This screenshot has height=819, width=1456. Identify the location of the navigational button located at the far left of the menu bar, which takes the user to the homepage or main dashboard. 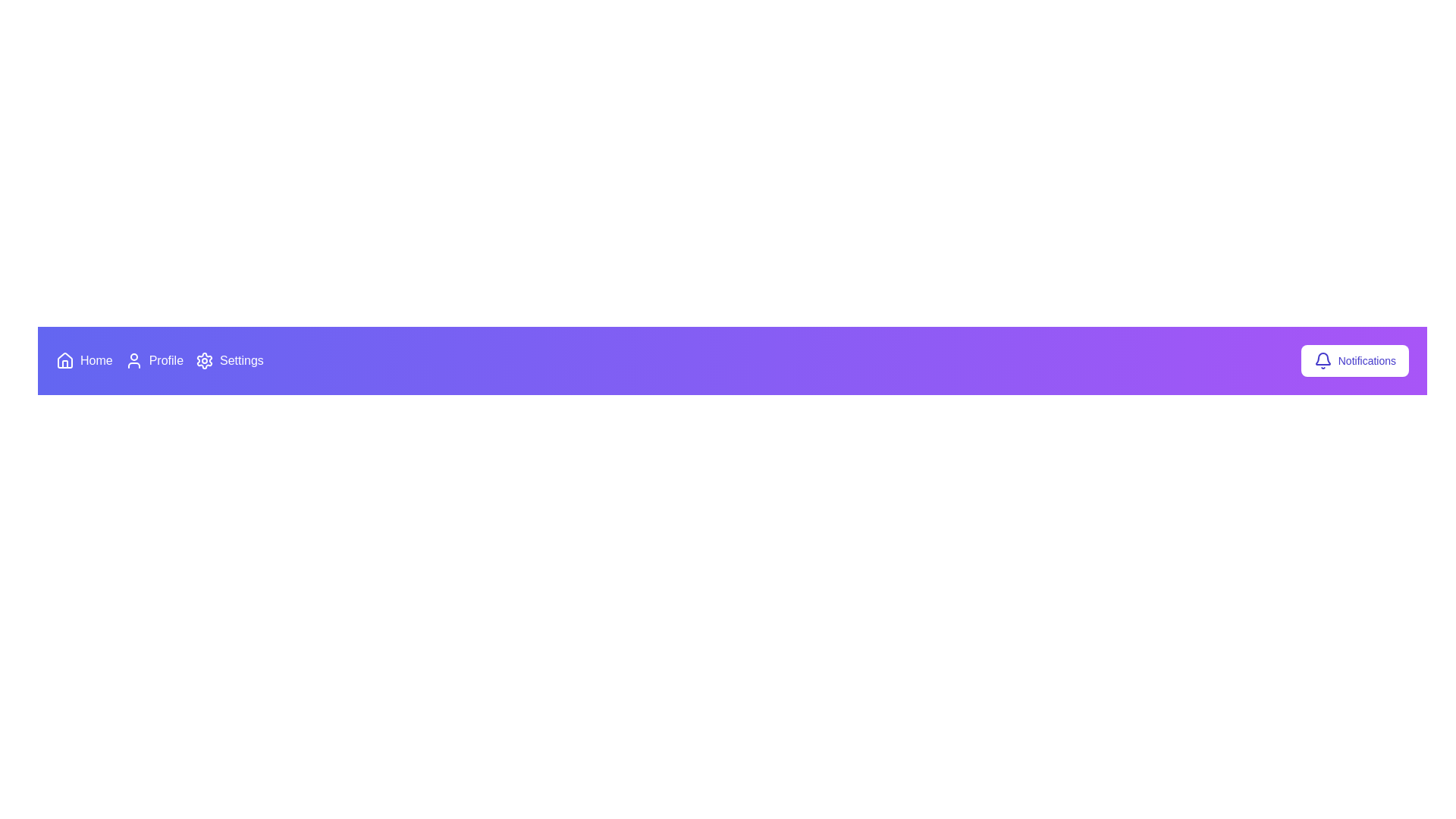
(83, 360).